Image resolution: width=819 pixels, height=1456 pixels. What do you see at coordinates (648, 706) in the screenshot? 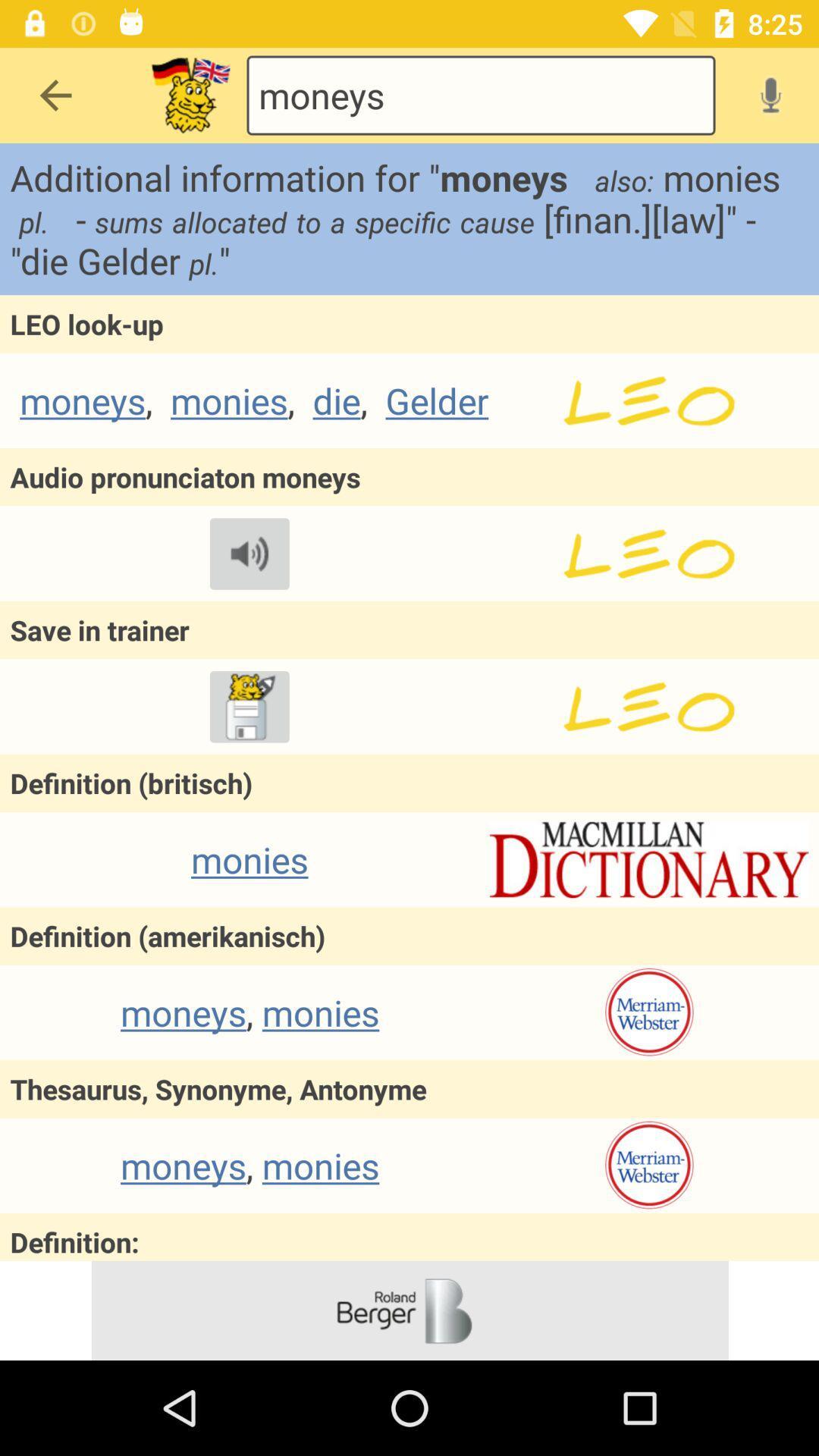
I see `in trainer` at bounding box center [648, 706].